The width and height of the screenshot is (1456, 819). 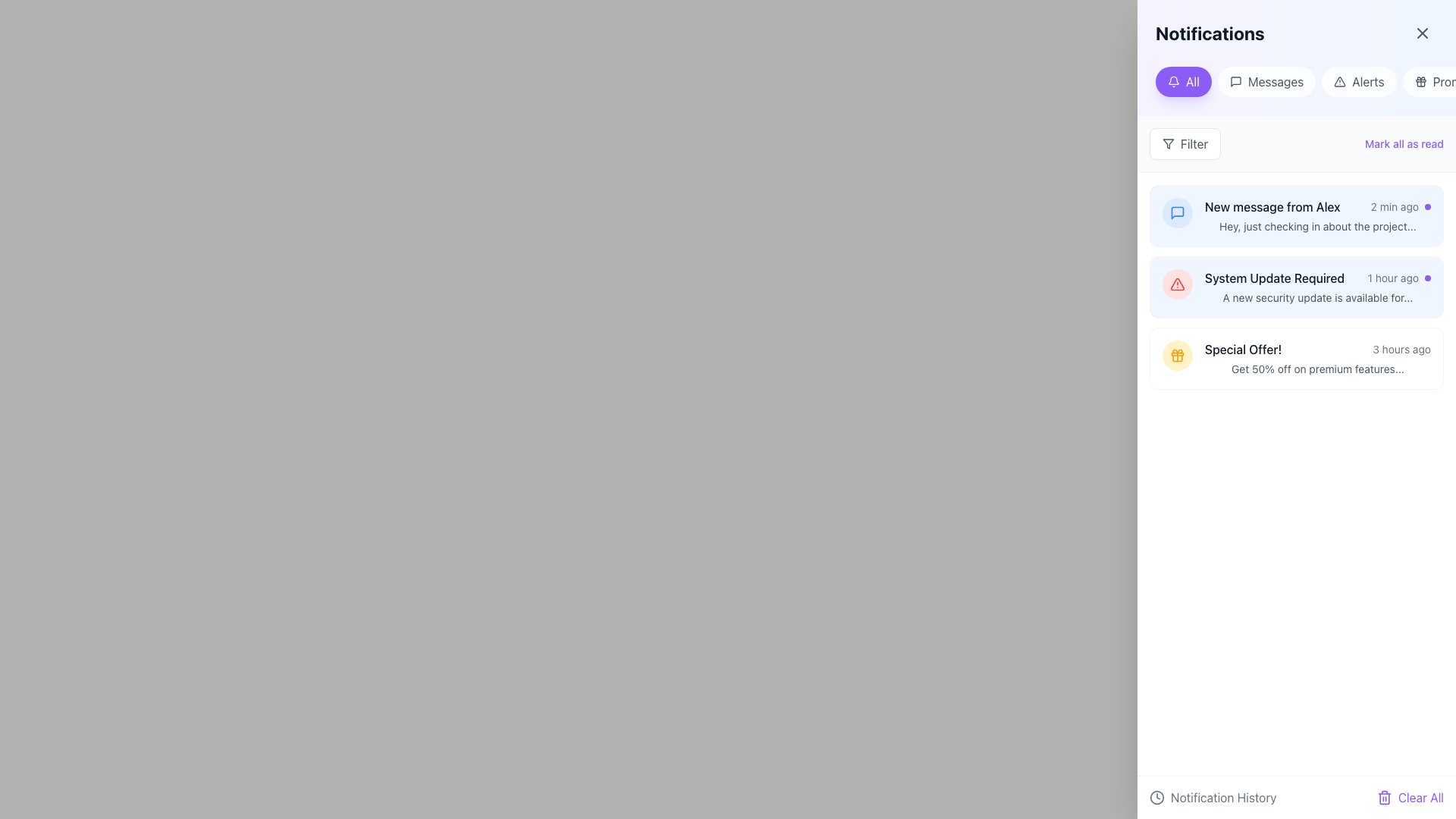 I want to click on the 'Filter' text label within the button that applies a filter to the notifications in the panel, so click(x=1194, y=143).